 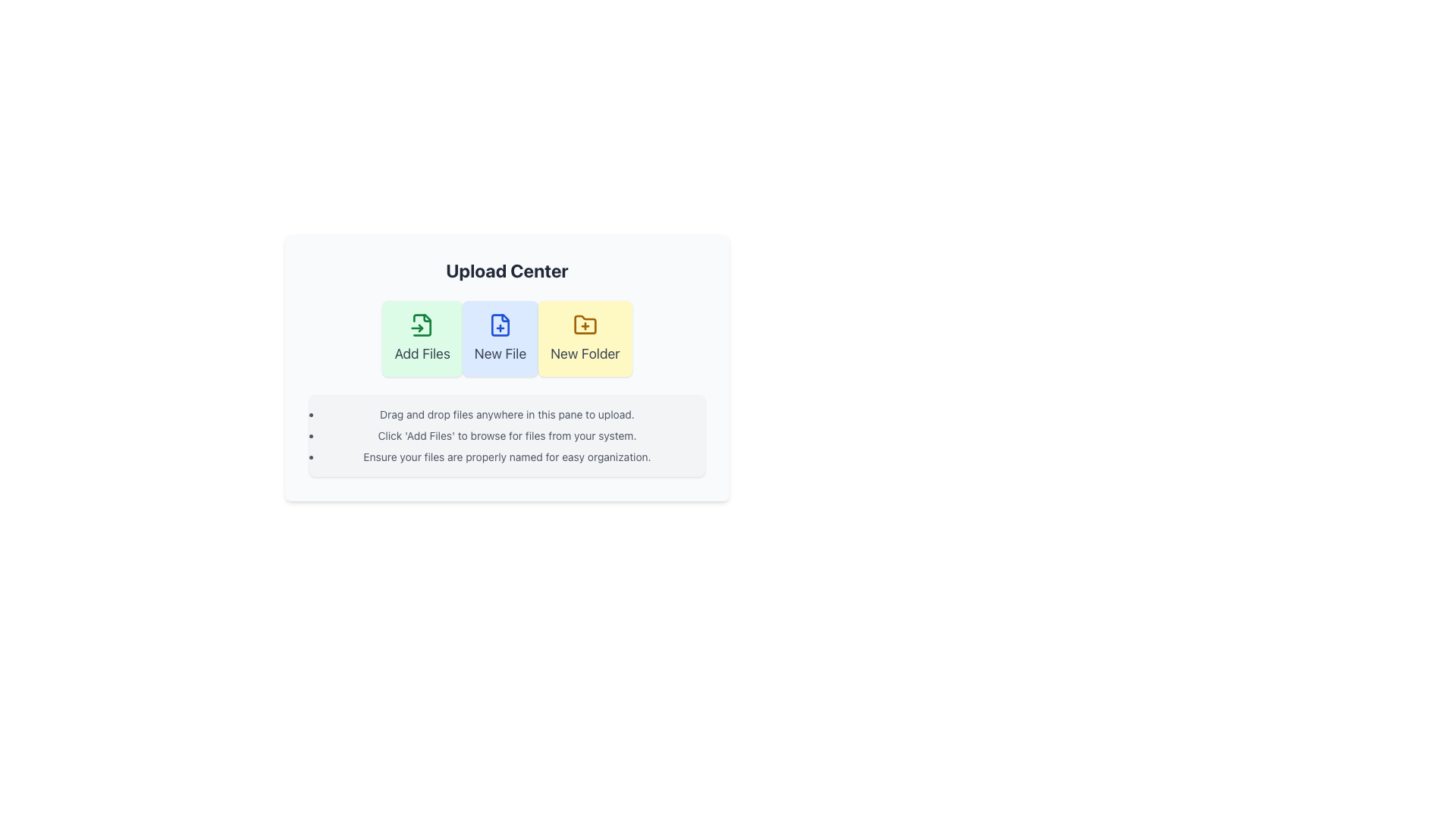 What do you see at coordinates (584, 324) in the screenshot?
I see `the yellow folder icon with a plus sign under the 'Upload Center' header` at bounding box center [584, 324].